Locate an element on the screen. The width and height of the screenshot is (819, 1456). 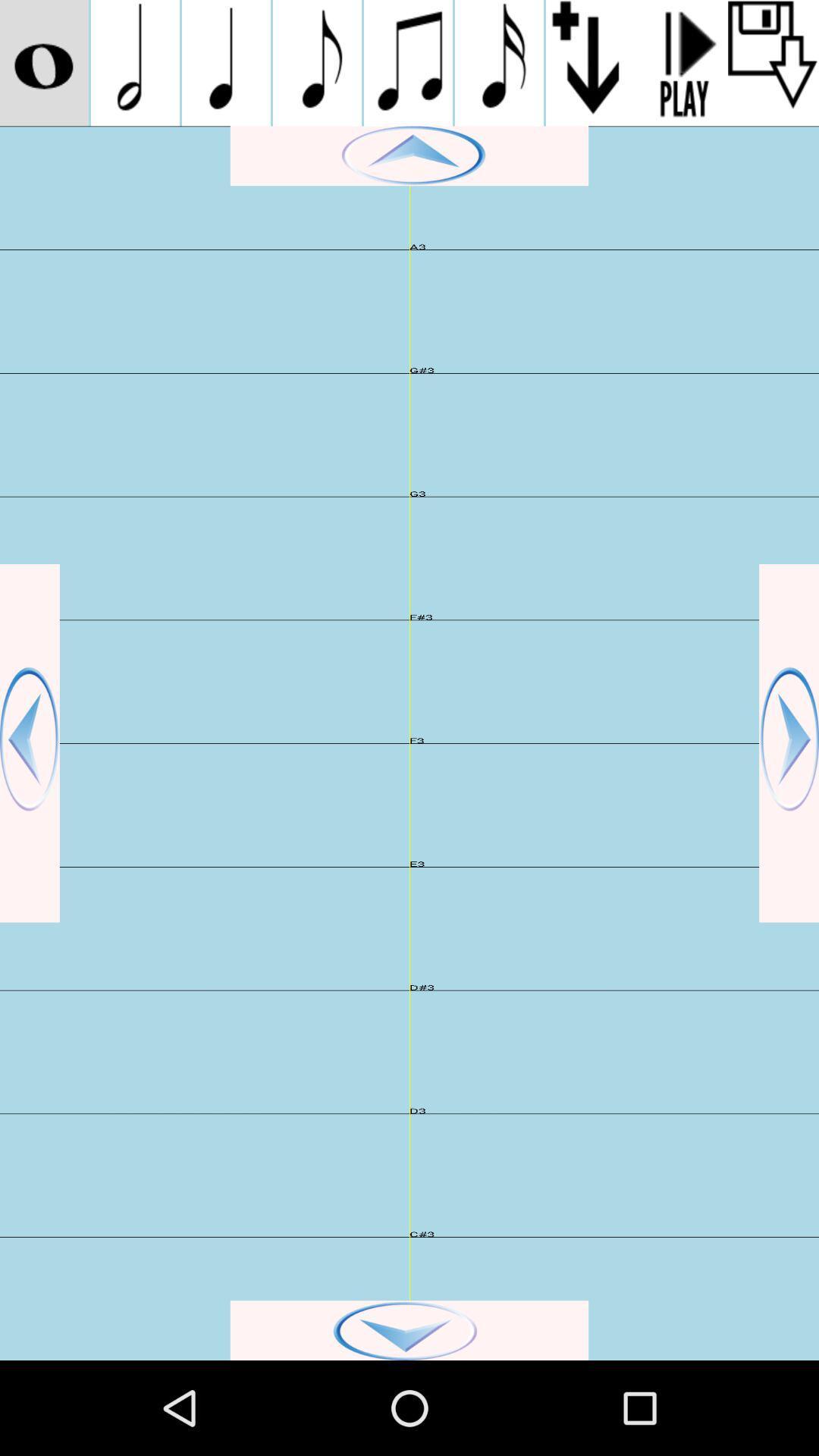
music is located at coordinates (226, 62).